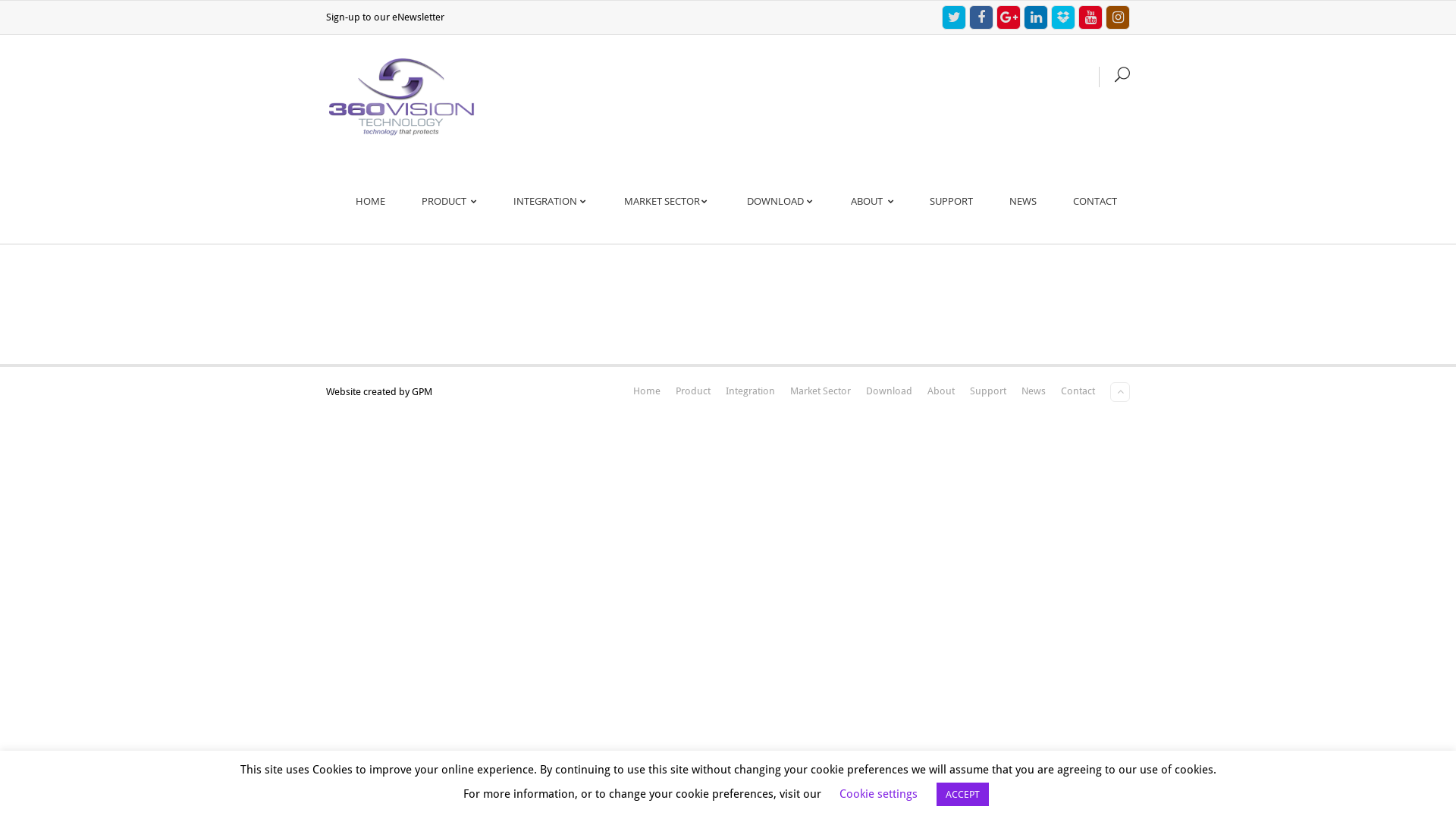  What do you see at coordinates (927, 390) in the screenshot?
I see `'About'` at bounding box center [927, 390].